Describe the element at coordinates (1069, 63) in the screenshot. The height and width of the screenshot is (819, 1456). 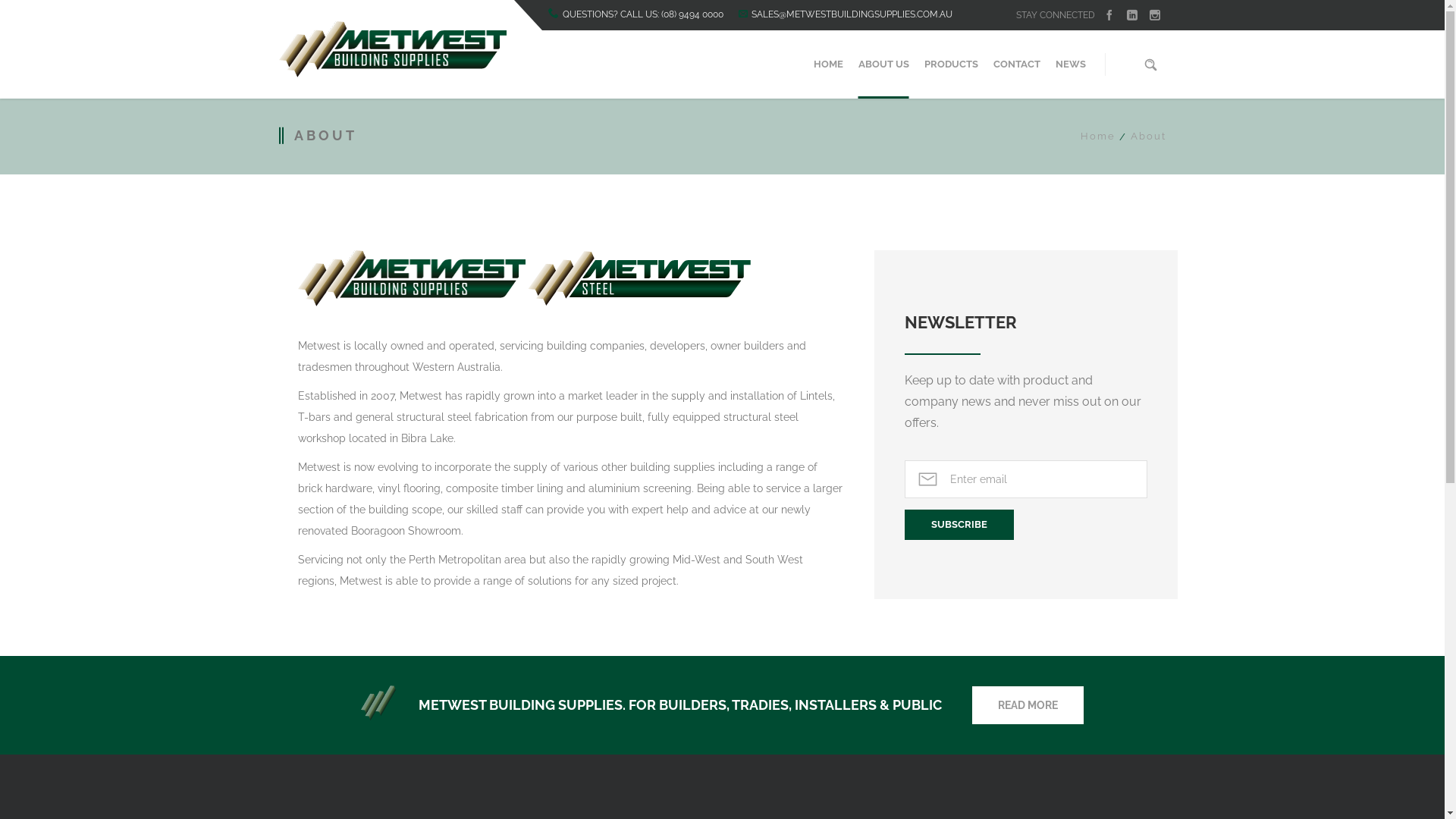
I see `'NEWS'` at that location.